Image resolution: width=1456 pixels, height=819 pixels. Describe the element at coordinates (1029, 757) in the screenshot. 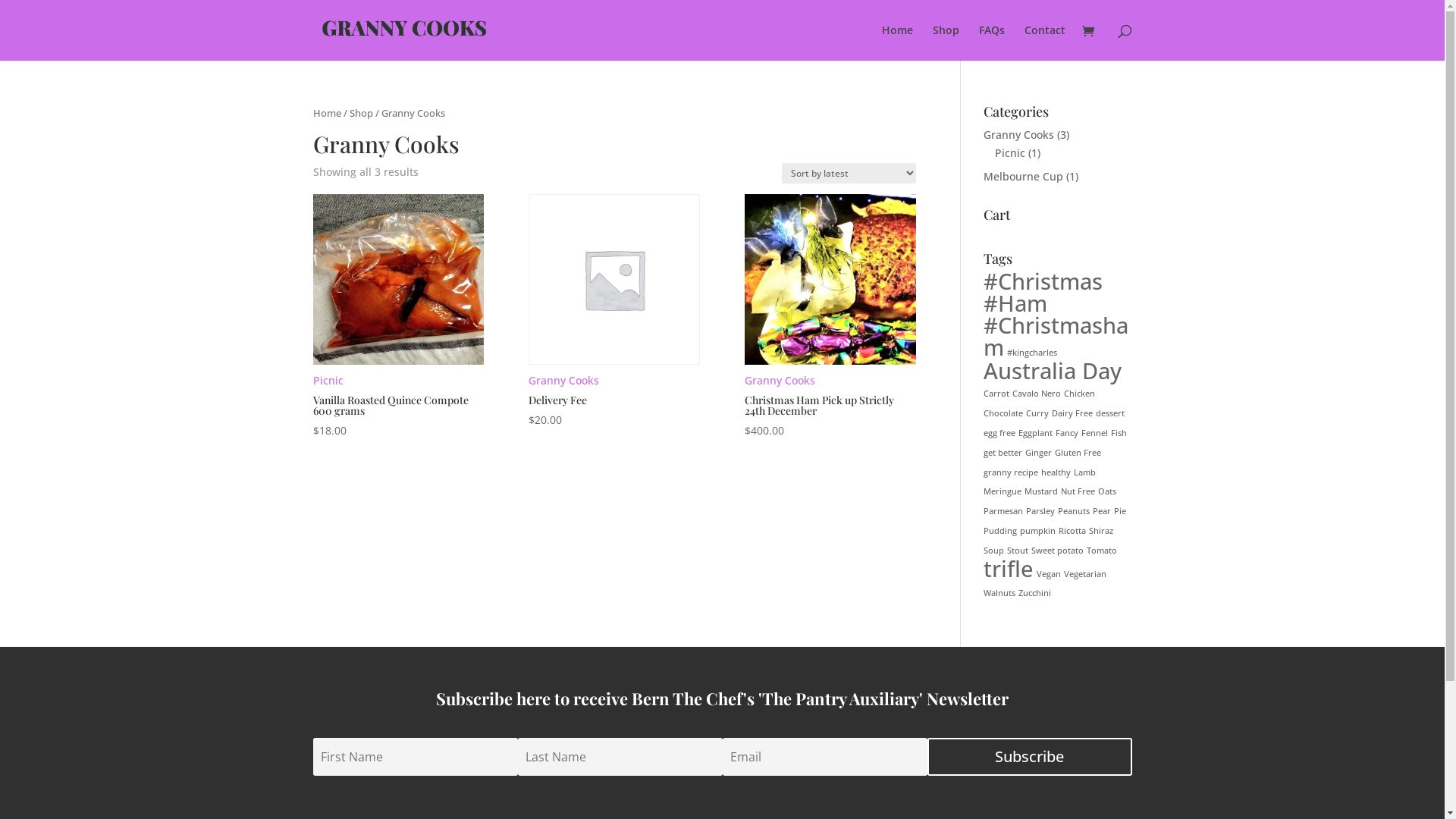

I see `'Subscribe'` at that location.